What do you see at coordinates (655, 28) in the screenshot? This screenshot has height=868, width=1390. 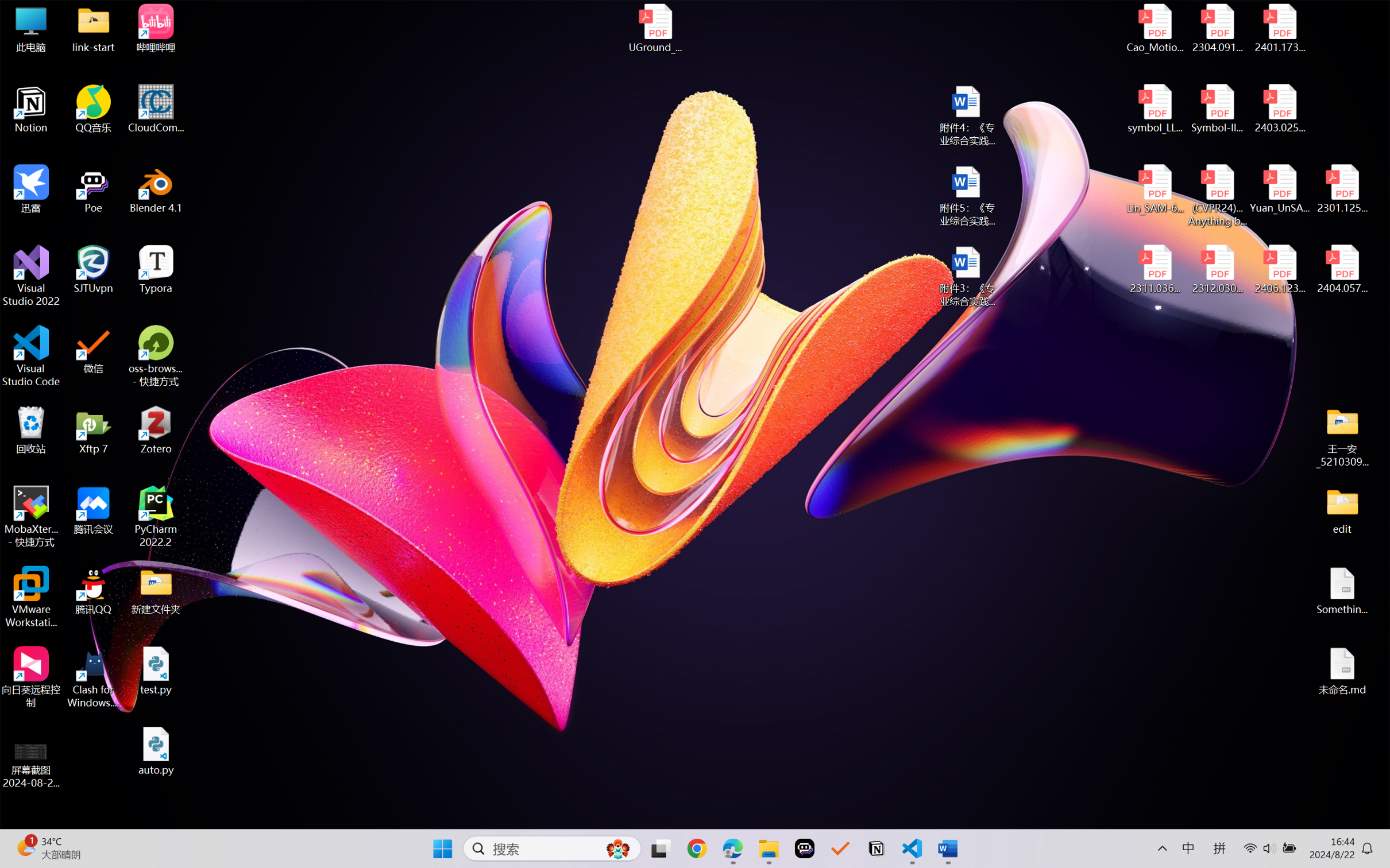 I see `'UGround_paper.pdf'` at bounding box center [655, 28].